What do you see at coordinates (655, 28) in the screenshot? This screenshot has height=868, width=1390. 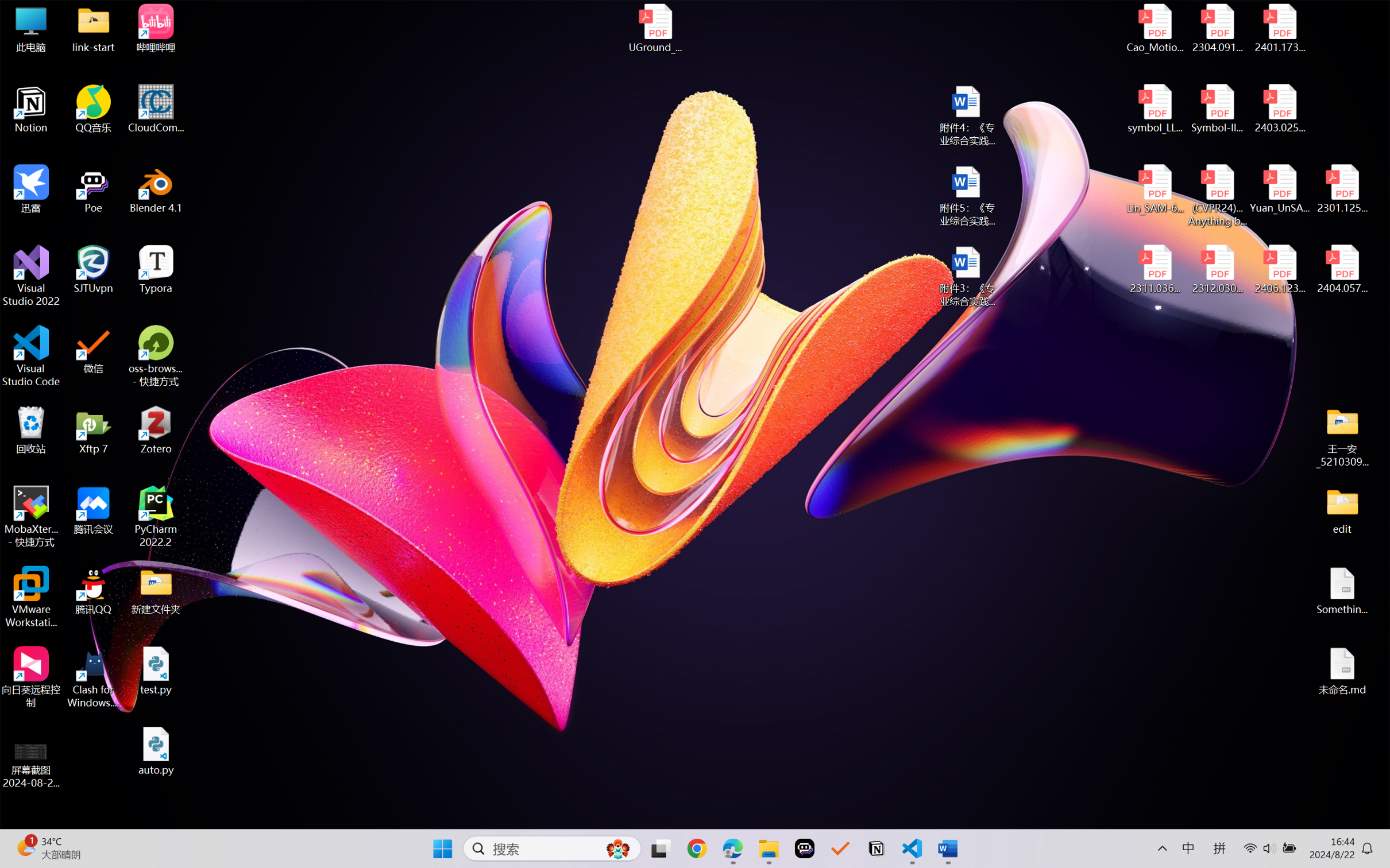 I see `'UGround_paper.pdf'` at bounding box center [655, 28].